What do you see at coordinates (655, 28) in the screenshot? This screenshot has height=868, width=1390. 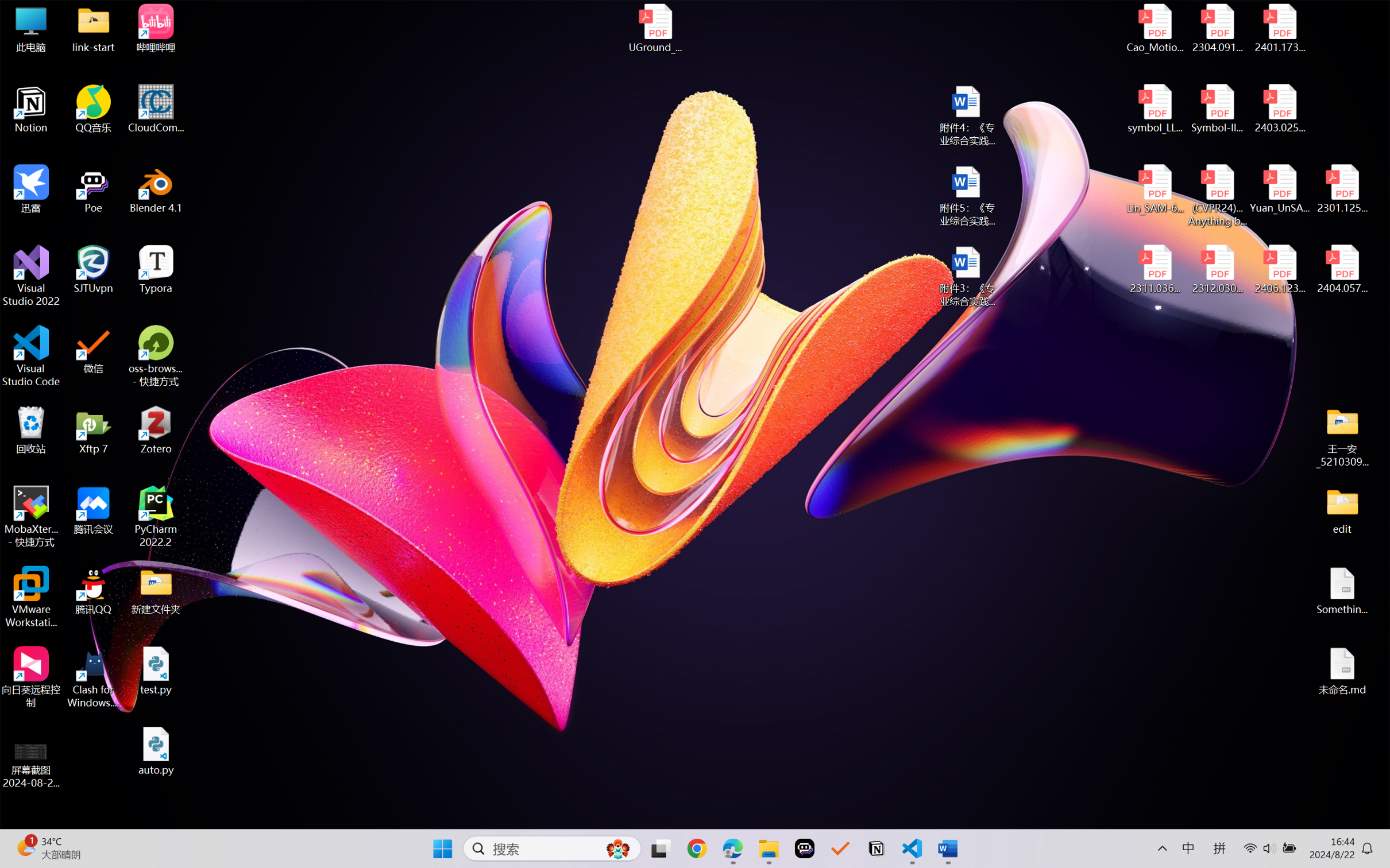 I see `'UGround_paper.pdf'` at bounding box center [655, 28].